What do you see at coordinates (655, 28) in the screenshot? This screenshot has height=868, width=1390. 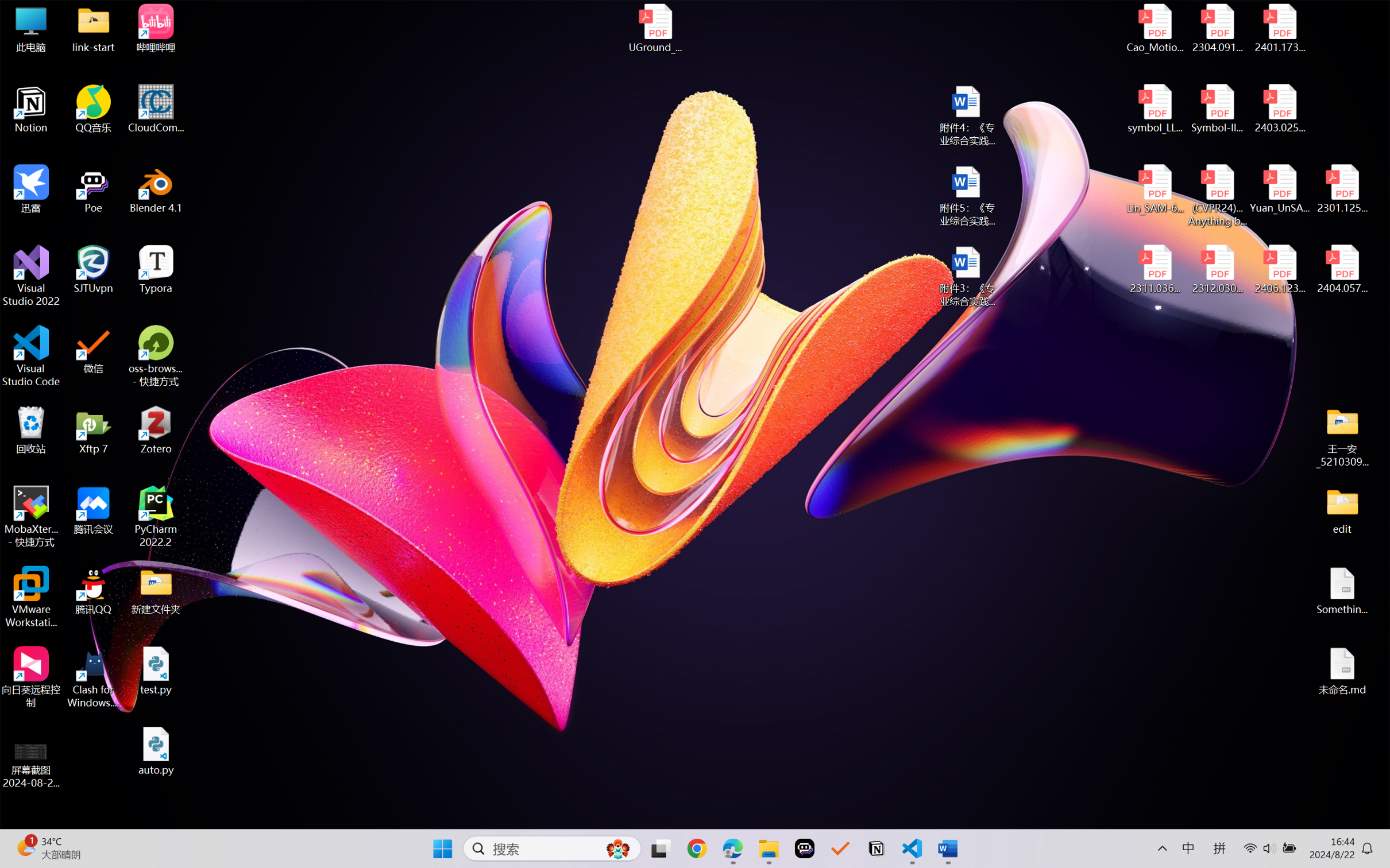 I see `'UGround_paper.pdf'` at bounding box center [655, 28].